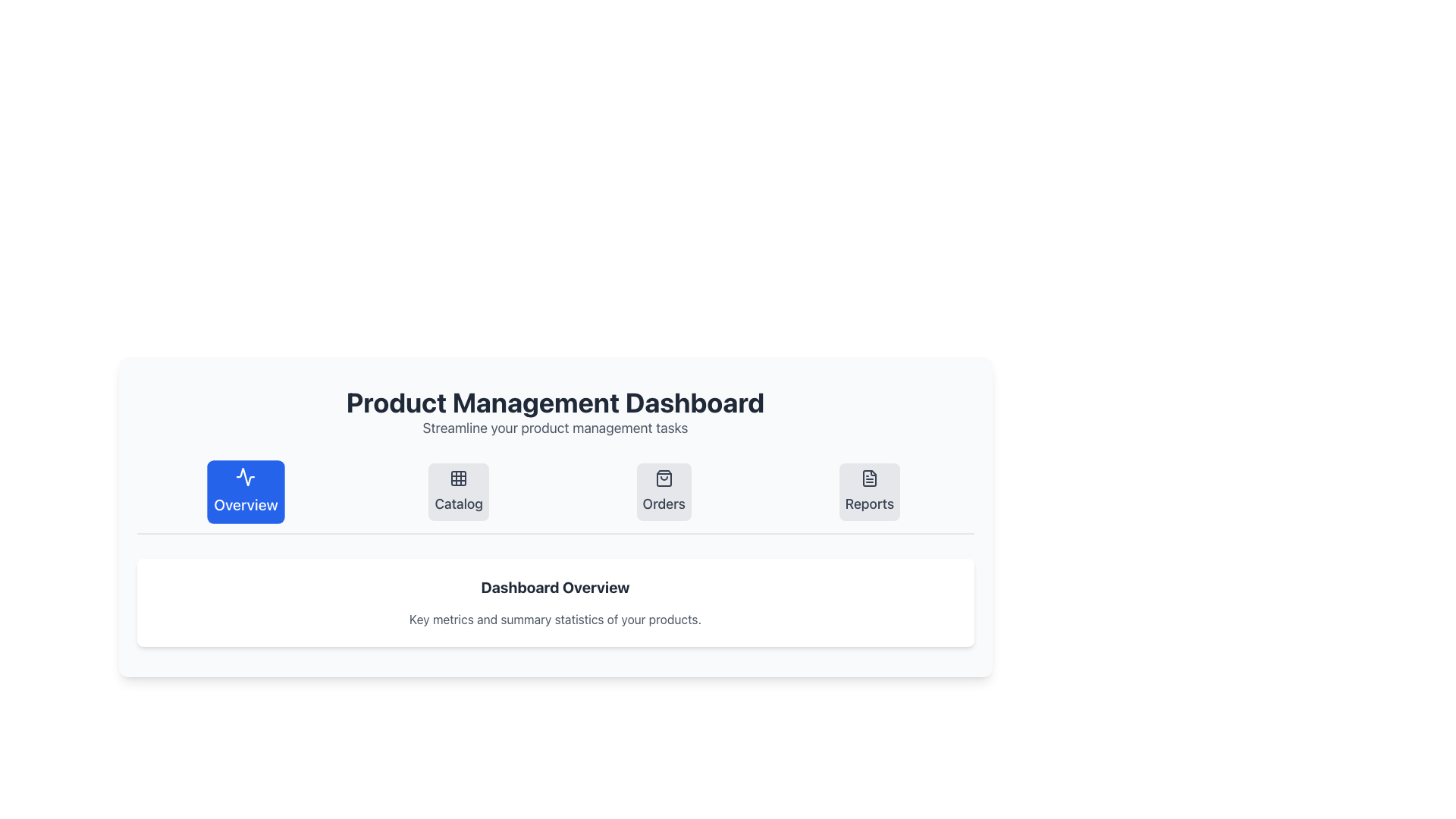 This screenshot has height=819, width=1456. Describe the element at coordinates (869, 479) in the screenshot. I see `the stylized icon resembling a folded document or file within the 'Reports' section of the dashboard interface` at that location.